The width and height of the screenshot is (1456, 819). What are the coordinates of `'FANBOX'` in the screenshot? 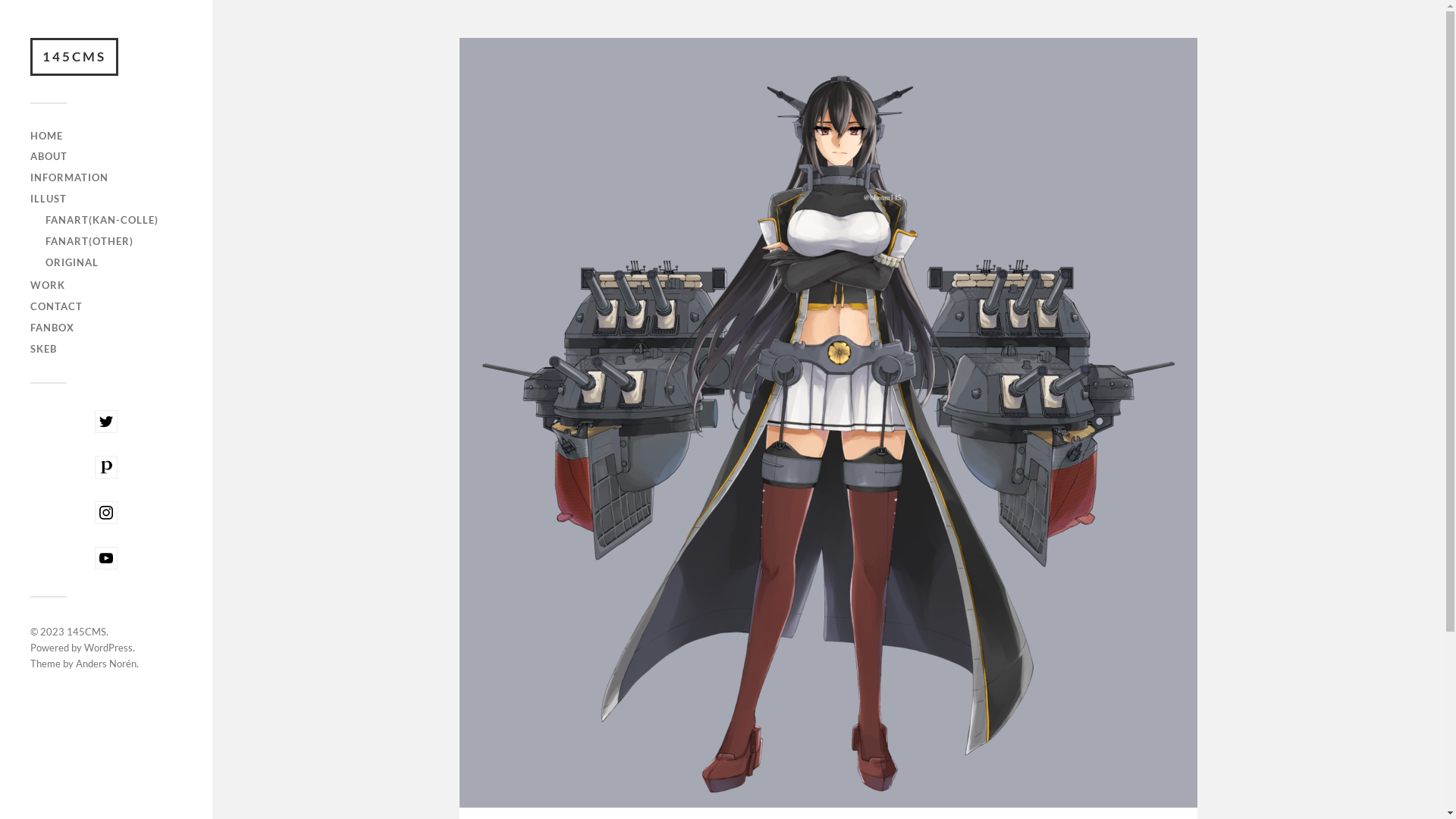 It's located at (52, 327).